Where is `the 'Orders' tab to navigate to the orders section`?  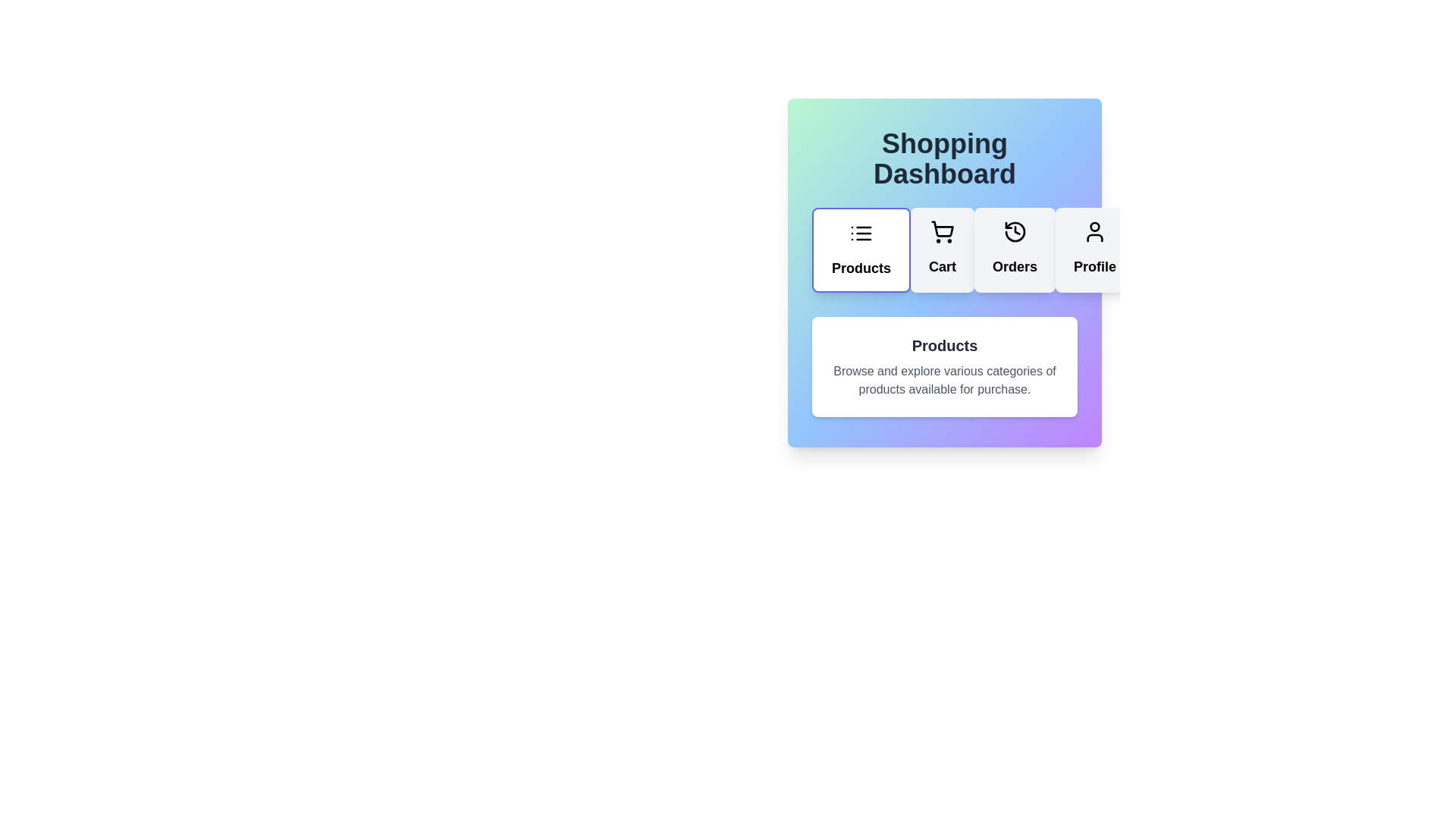
the 'Orders' tab to navigate to the orders section is located at coordinates (1015, 249).